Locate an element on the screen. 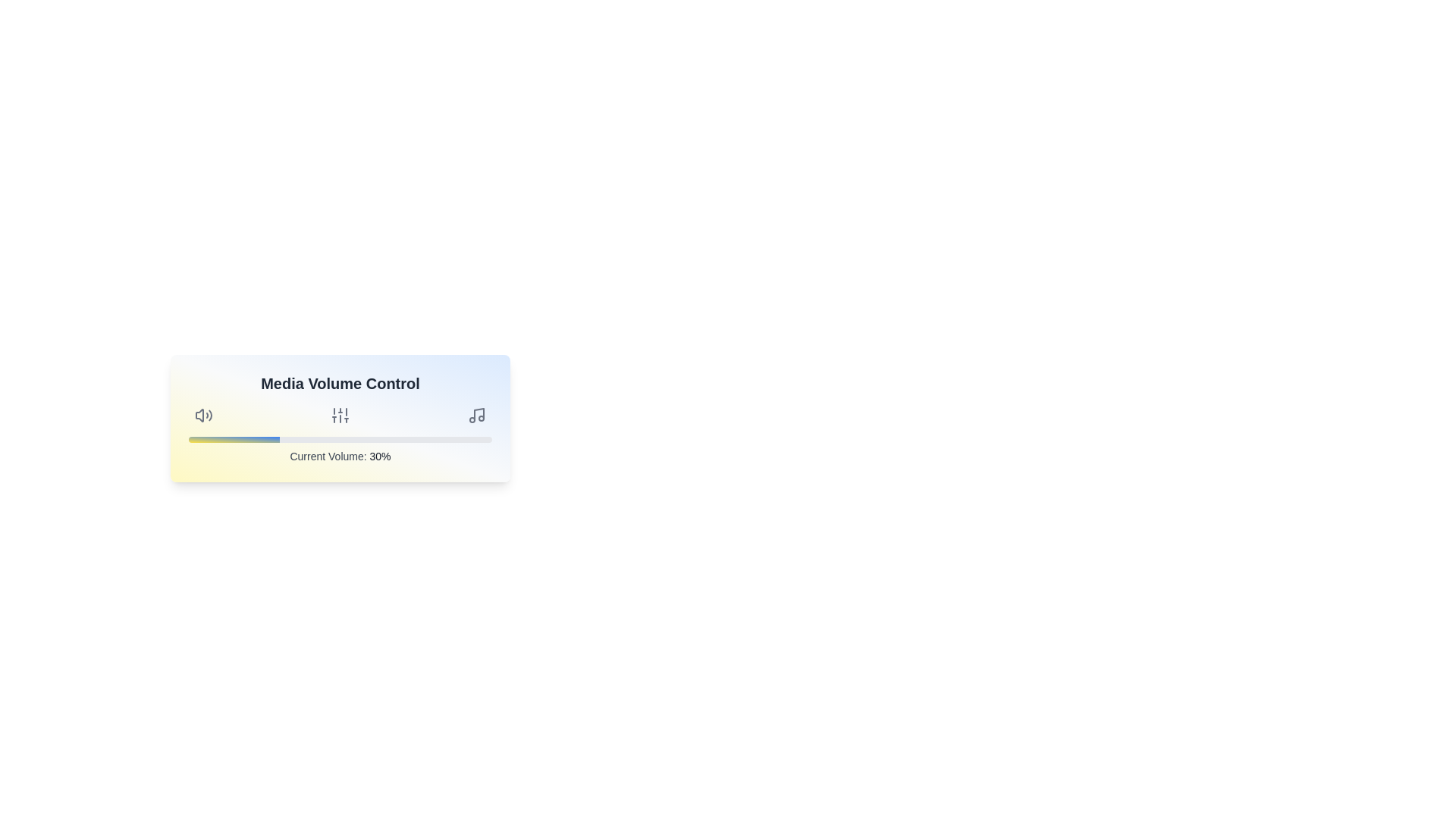 The height and width of the screenshot is (819, 1456). the left-pointing speaker icon located at the far left of a horizontal row of three icons in the upper section of the interface is located at coordinates (199, 415).